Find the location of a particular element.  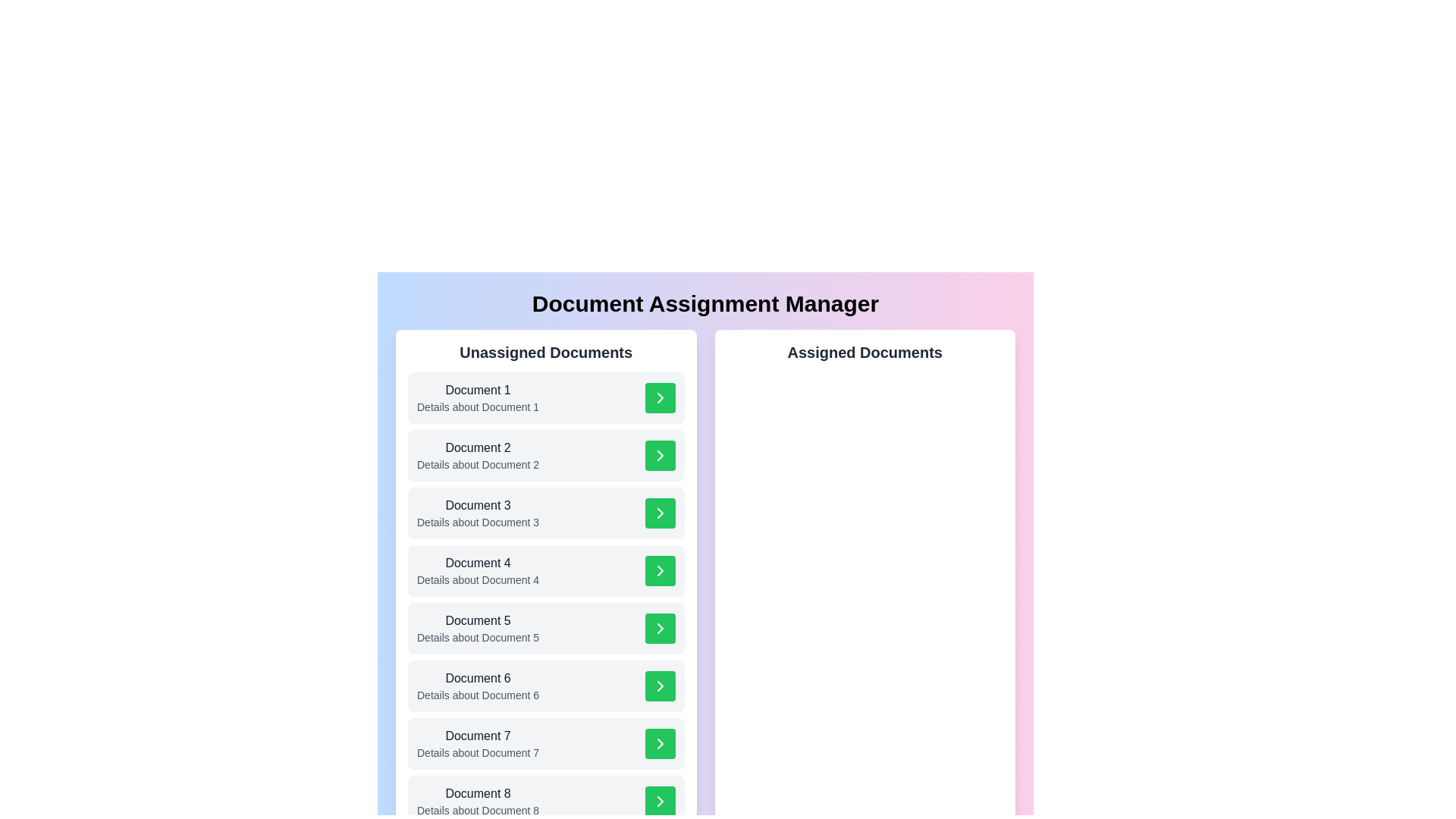

title and brief description of the first document in the 'Unassigned Documents' list, which is displayed in a text block on the left side of the 'Document Assignment Manager' interface is located at coordinates (477, 397).